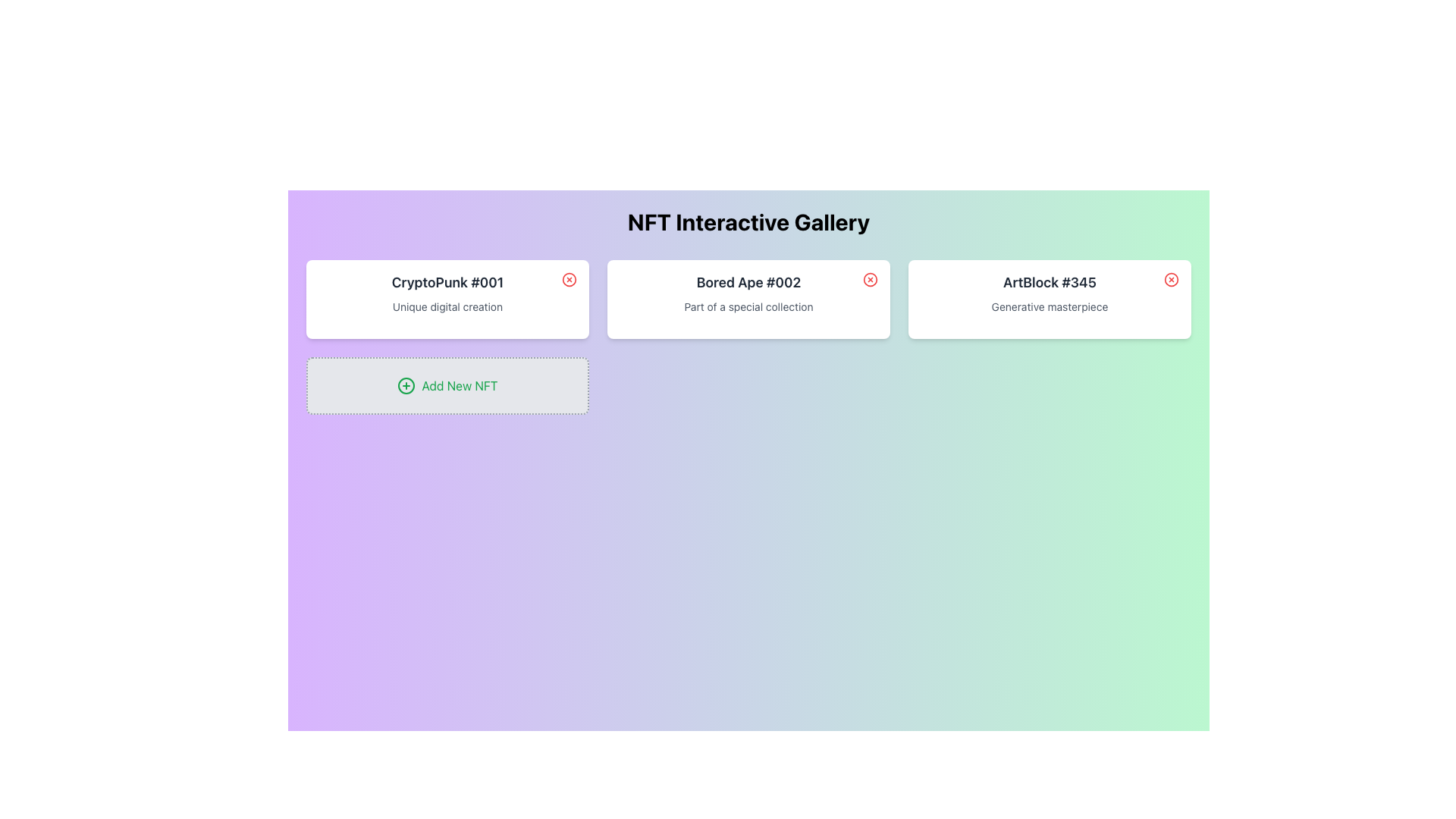  Describe the element at coordinates (568, 280) in the screenshot. I see `the SVG Circle Component representing the close (x) button located in the top-right corner of the 'Cryptopunk #001' card` at that location.